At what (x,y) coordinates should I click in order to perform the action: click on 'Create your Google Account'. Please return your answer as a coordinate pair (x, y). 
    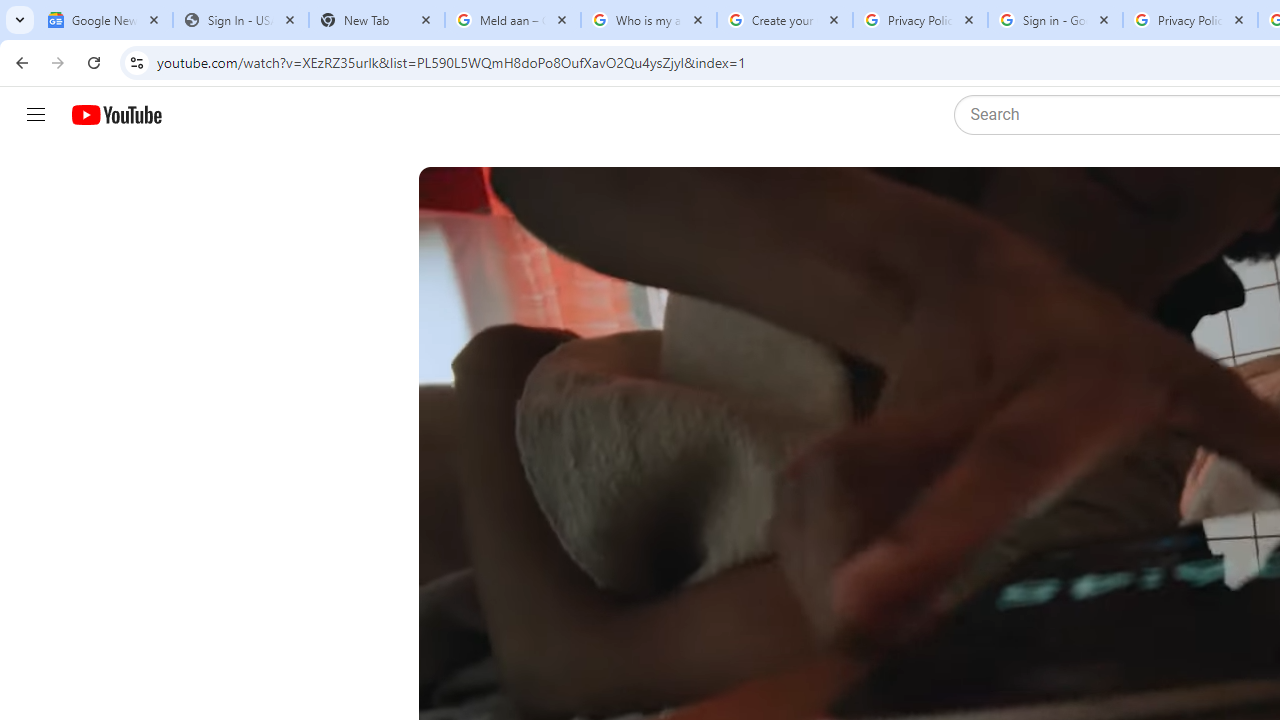
    Looking at the image, I should click on (783, 20).